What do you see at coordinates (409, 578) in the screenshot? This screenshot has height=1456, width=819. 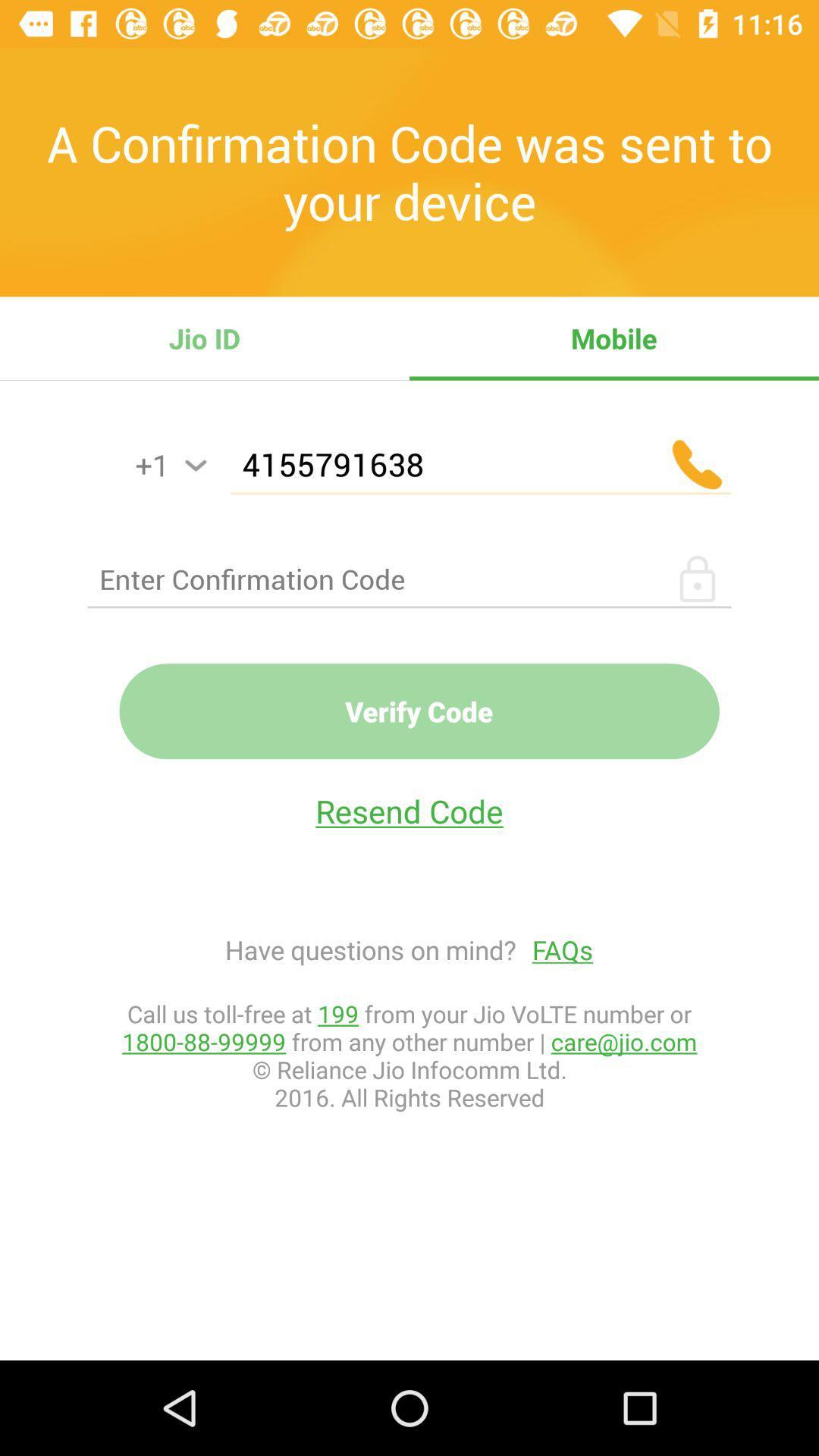 I see `confirmation code` at bounding box center [409, 578].